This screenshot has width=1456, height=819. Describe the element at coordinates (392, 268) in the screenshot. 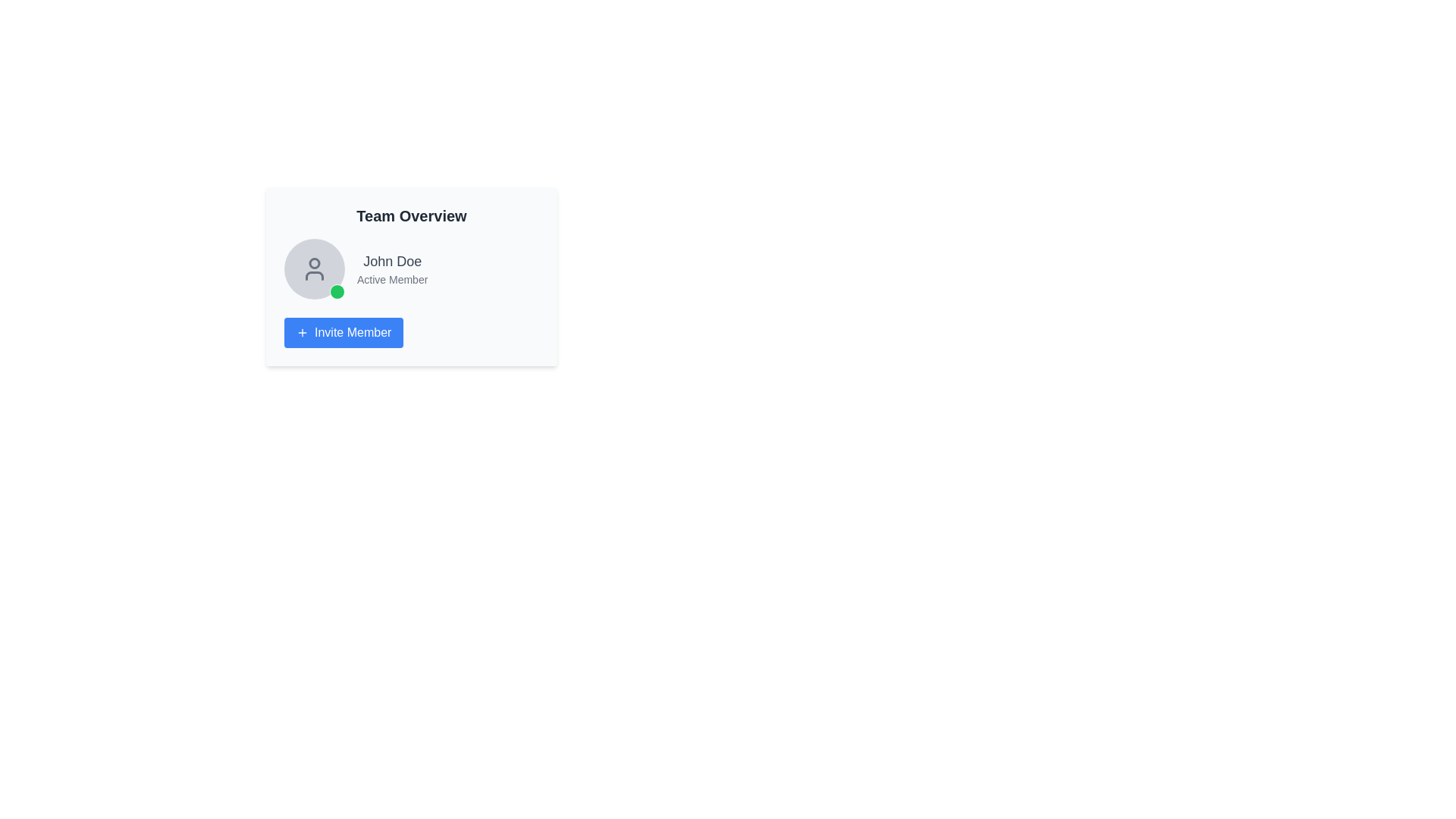

I see `text block element displaying 'John Doe' and 'Active Member', located in the center section of the 'Team Overview' card element, to gather information` at that location.